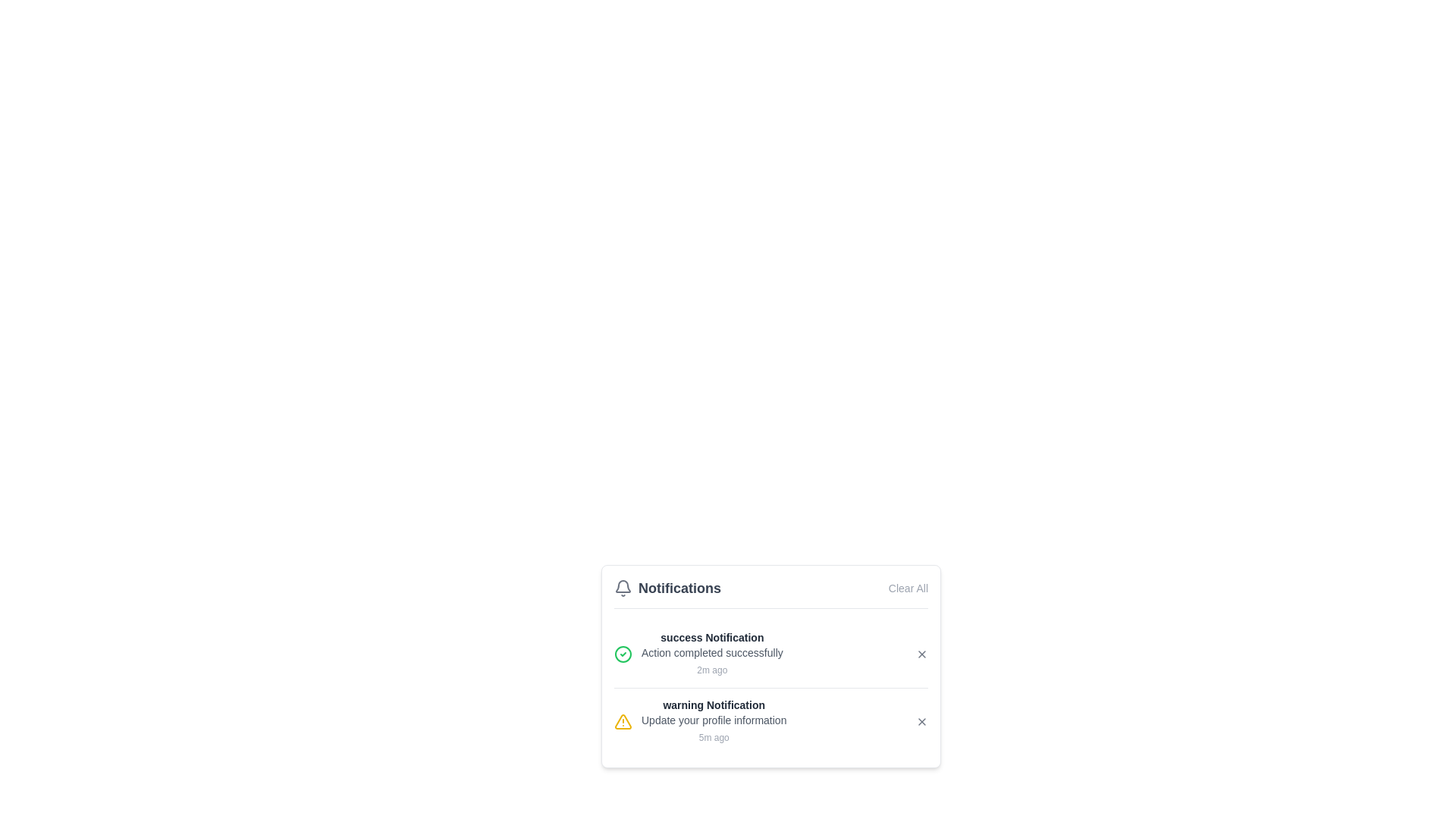 This screenshot has width=1456, height=819. What do you see at coordinates (921, 654) in the screenshot?
I see `the dismiss button located at the extreme right of the 'success Notification' entry` at bounding box center [921, 654].